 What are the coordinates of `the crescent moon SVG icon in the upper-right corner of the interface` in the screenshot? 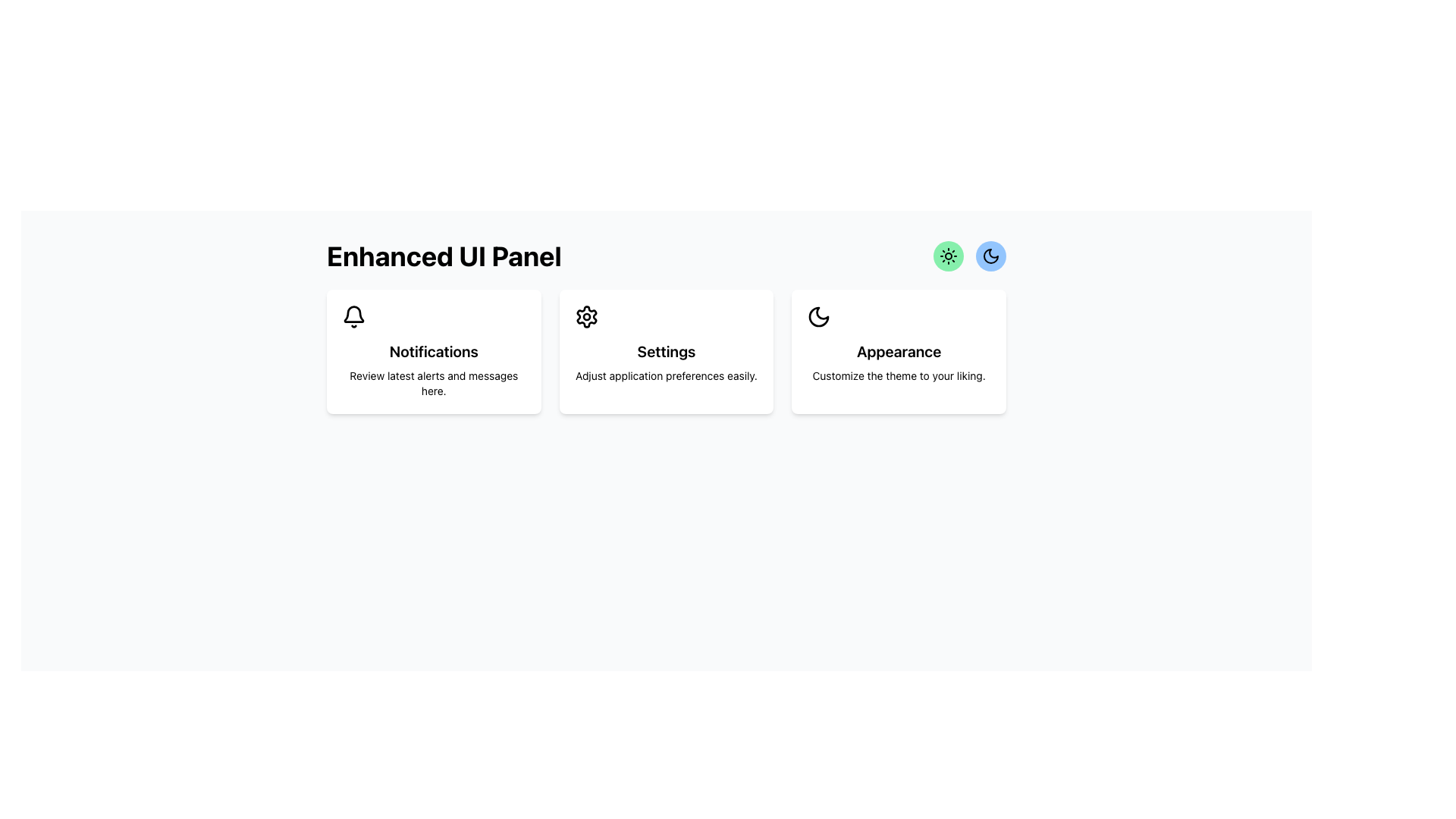 It's located at (818, 315).